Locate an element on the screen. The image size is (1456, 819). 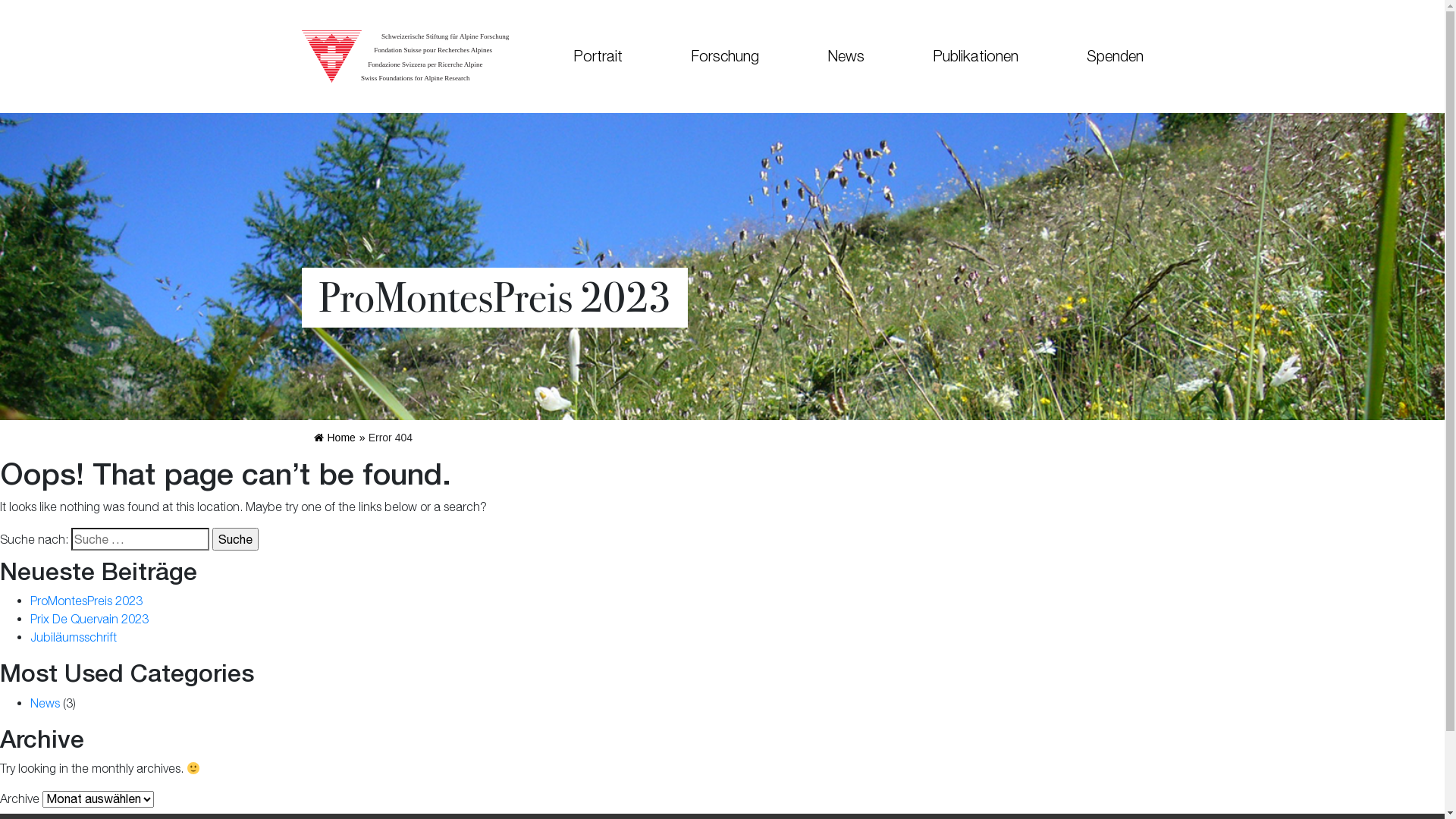
'Prix De Quervain 2023' is located at coordinates (89, 619).